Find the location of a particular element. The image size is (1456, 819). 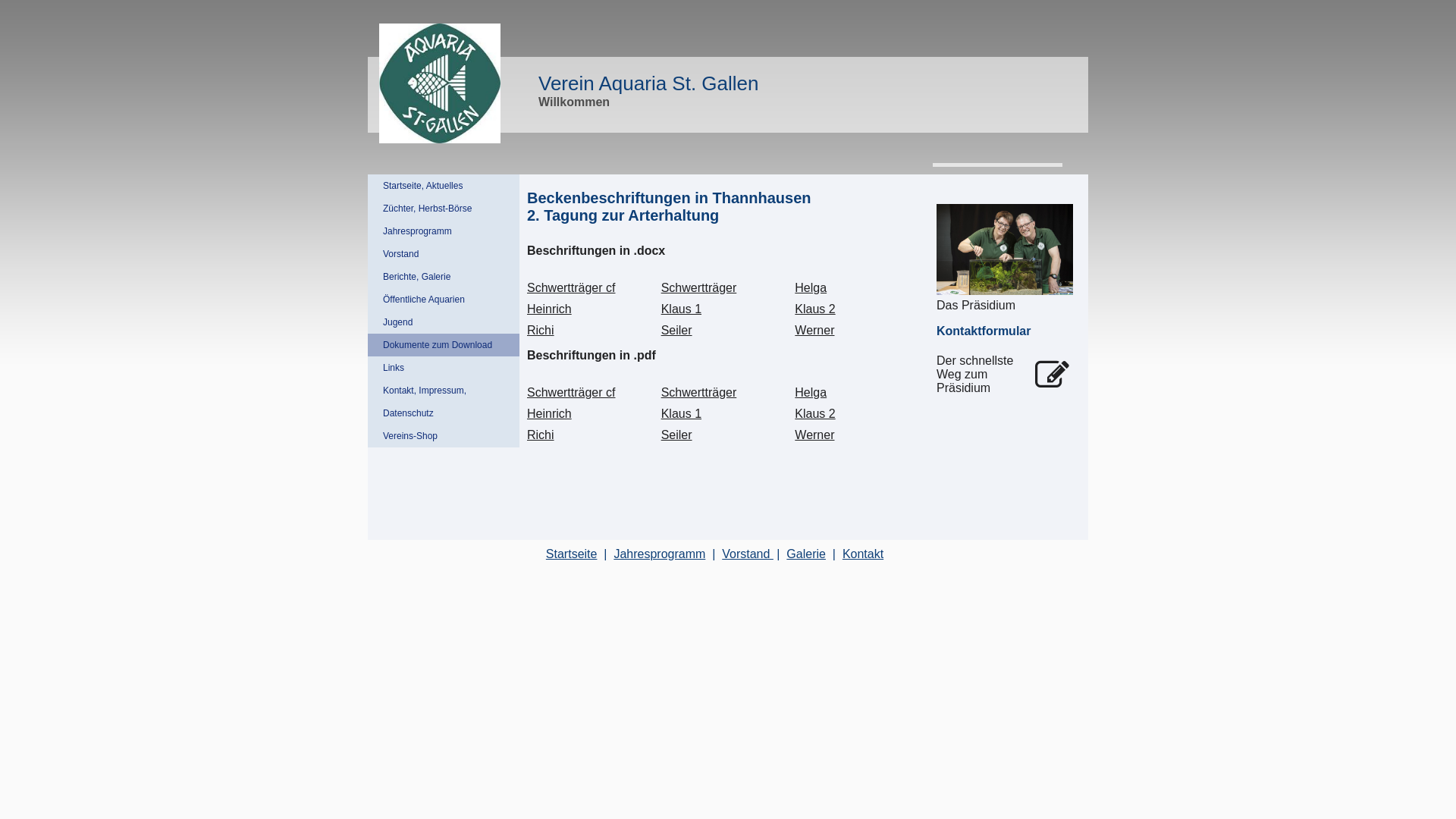

'Werner' is located at coordinates (814, 435).